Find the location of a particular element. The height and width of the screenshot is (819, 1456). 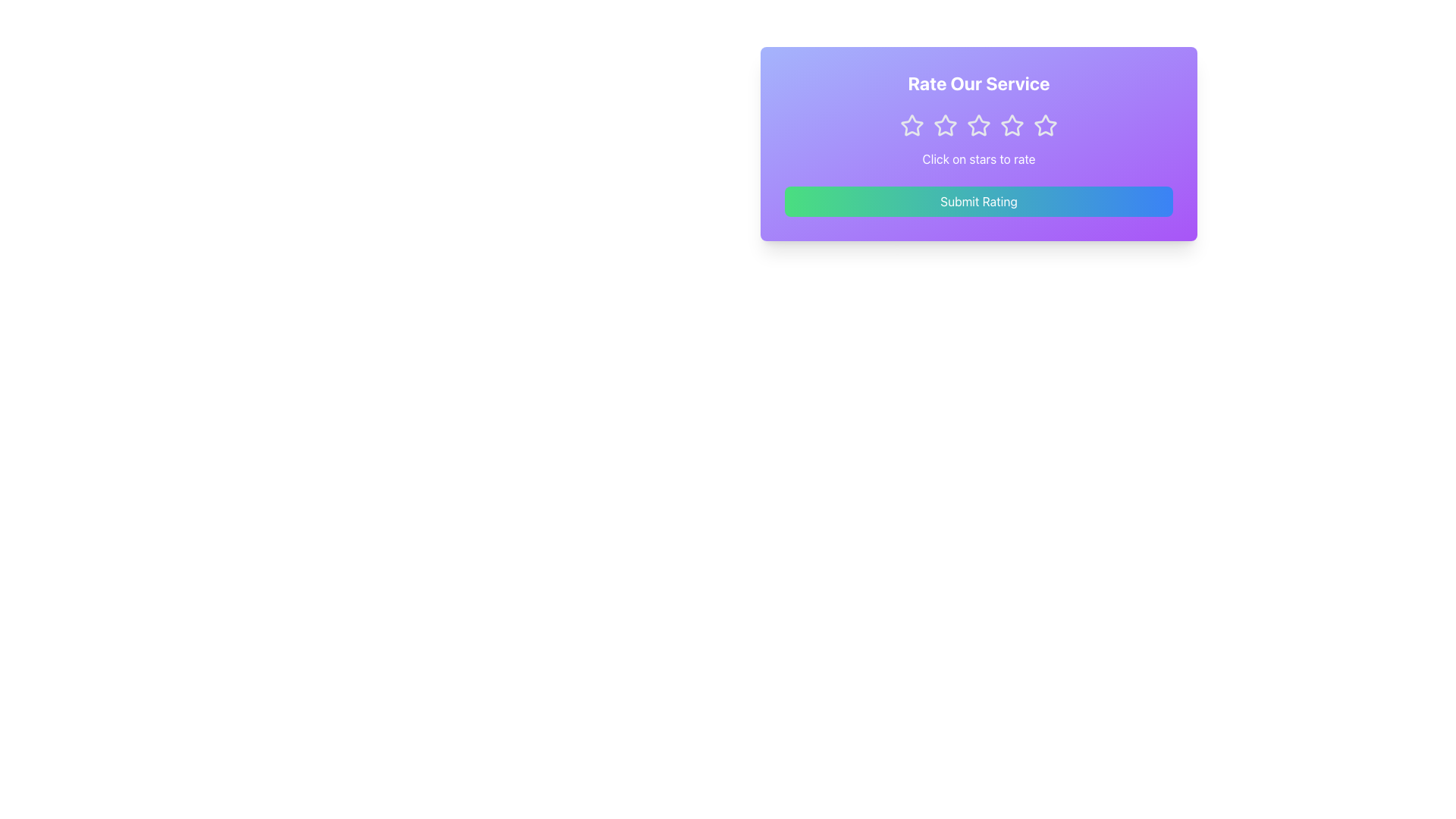

the fourth star-shaped rating icon, which is highlighted and positioned under 'Rate Our Service' is located at coordinates (1043, 124).